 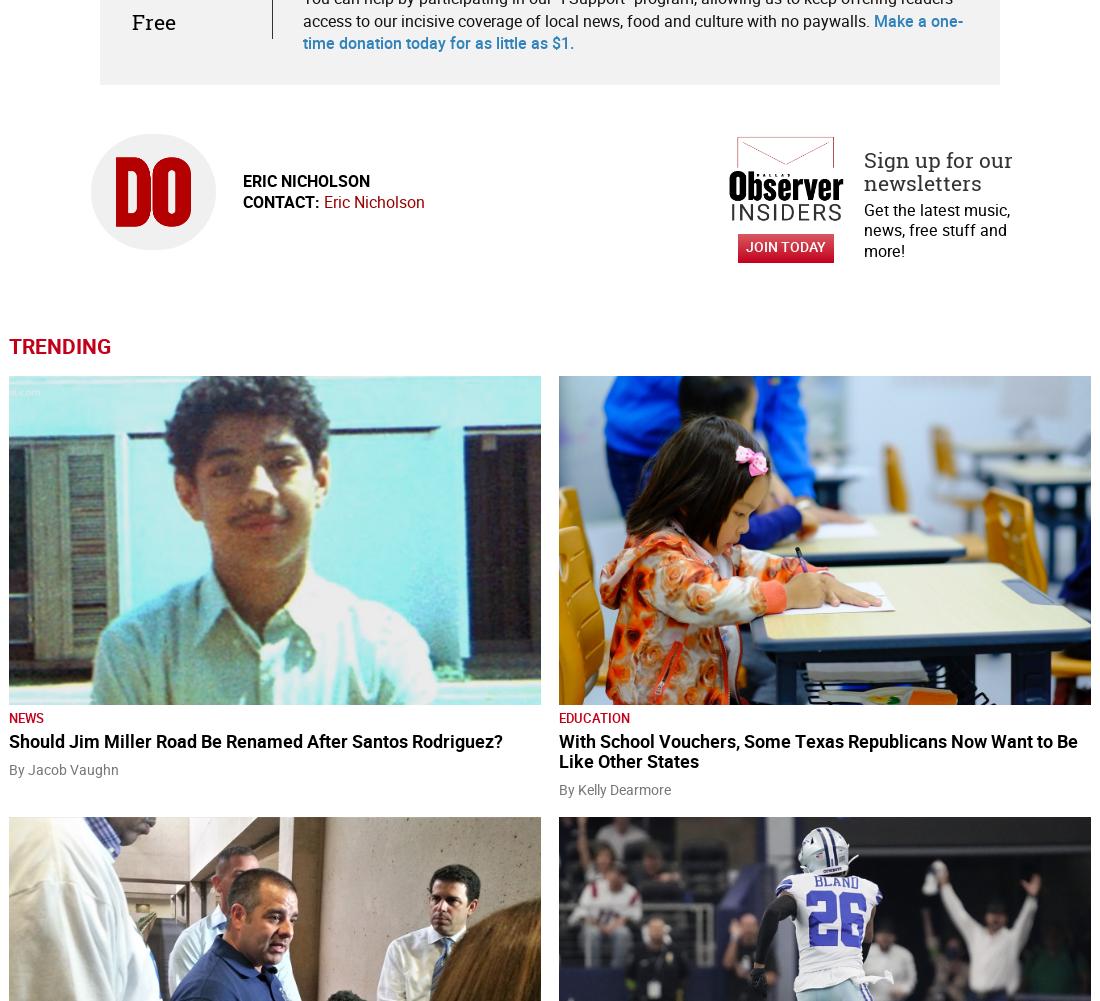 What do you see at coordinates (63, 769) in the screenshot?
I see `'By Jacob Vaughn'` at bounding box center [63, 769].